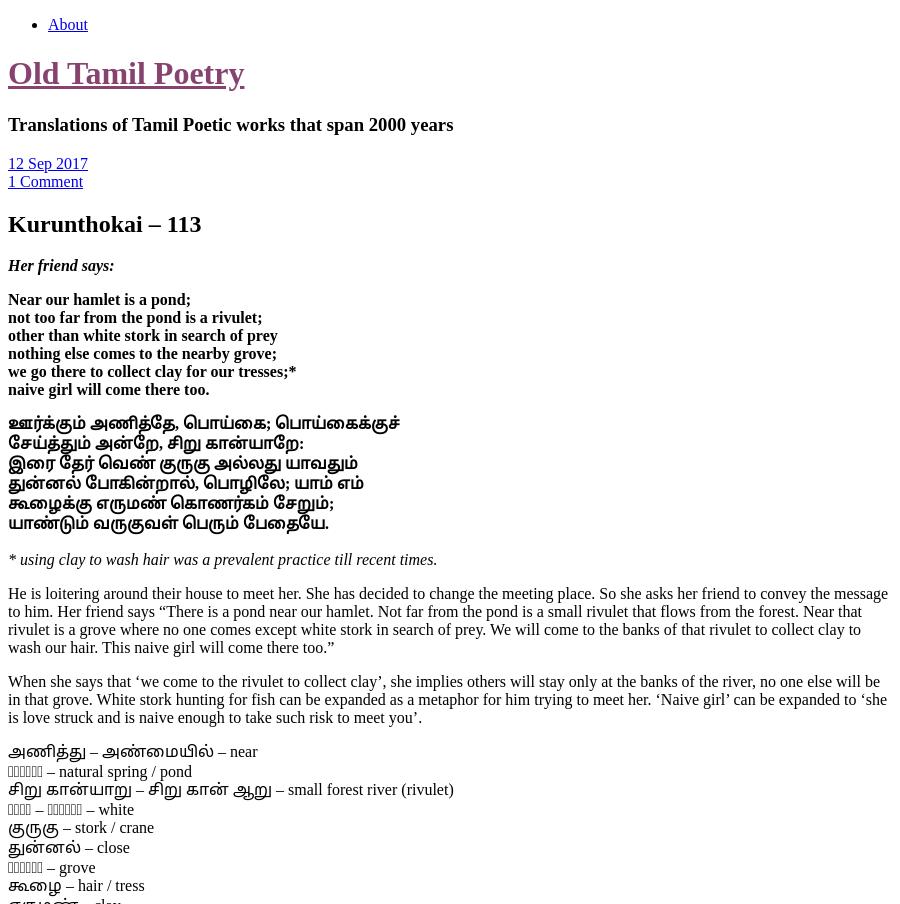 This screenshot has height=904, width=900. I want to click on 'Sep 2017', so click(54, 161).